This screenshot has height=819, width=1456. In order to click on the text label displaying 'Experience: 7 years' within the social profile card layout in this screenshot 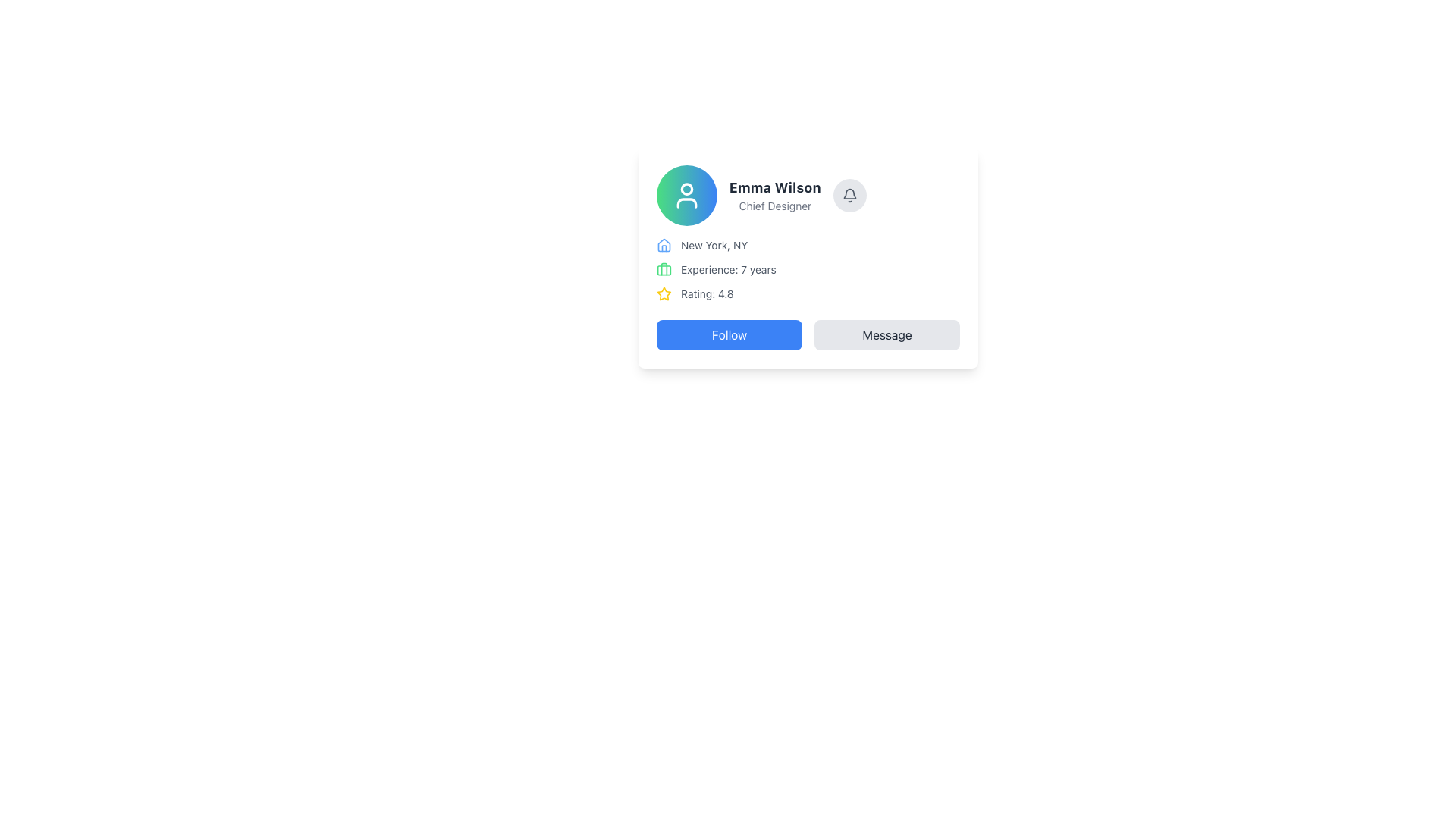, I will do `click(728, 268)`.